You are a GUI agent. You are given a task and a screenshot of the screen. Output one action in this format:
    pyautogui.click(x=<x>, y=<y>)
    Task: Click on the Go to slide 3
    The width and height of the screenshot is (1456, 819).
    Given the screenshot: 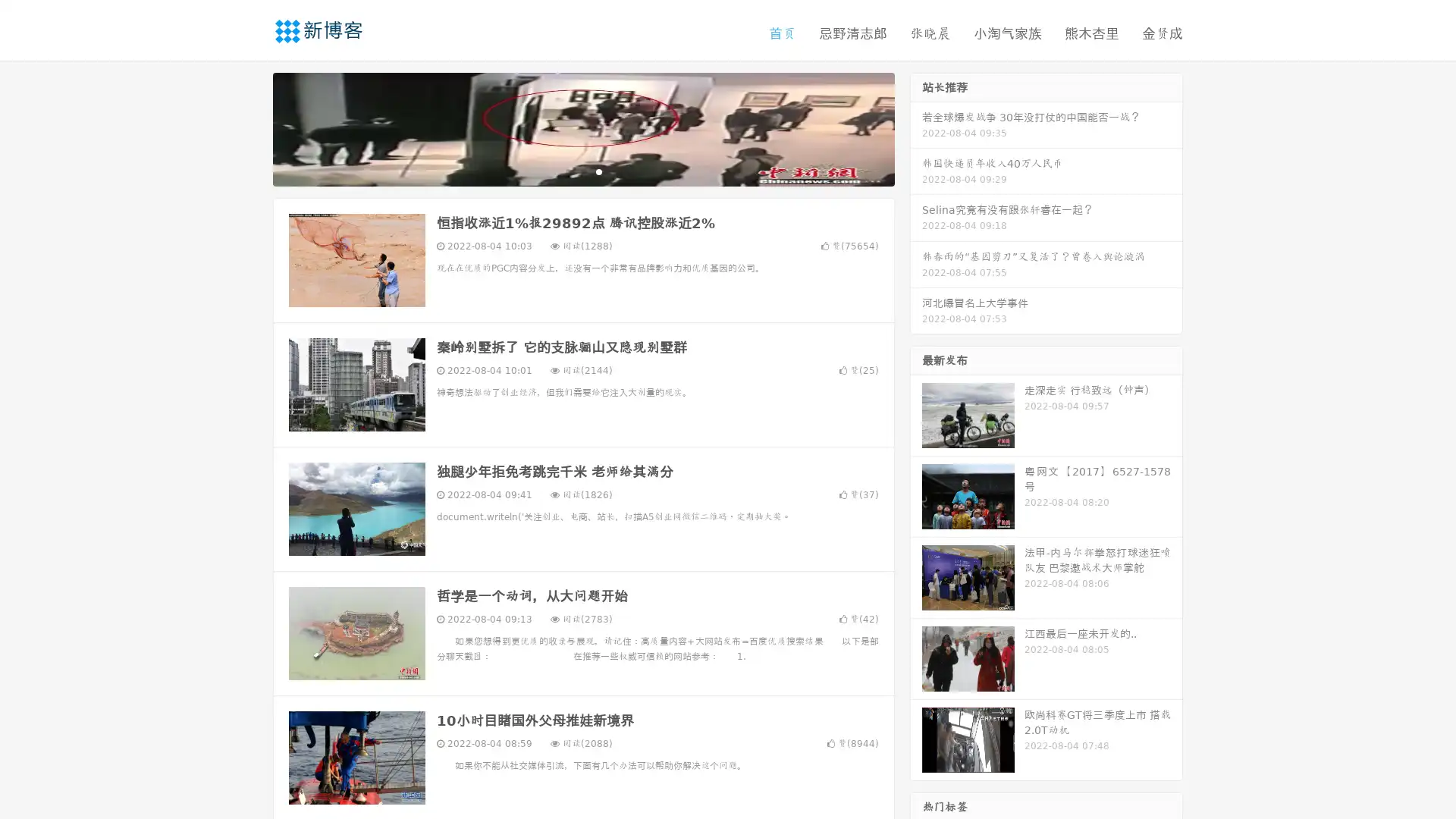 What is the action you would take?
    pyautogui.click(x=598, y=171)
    